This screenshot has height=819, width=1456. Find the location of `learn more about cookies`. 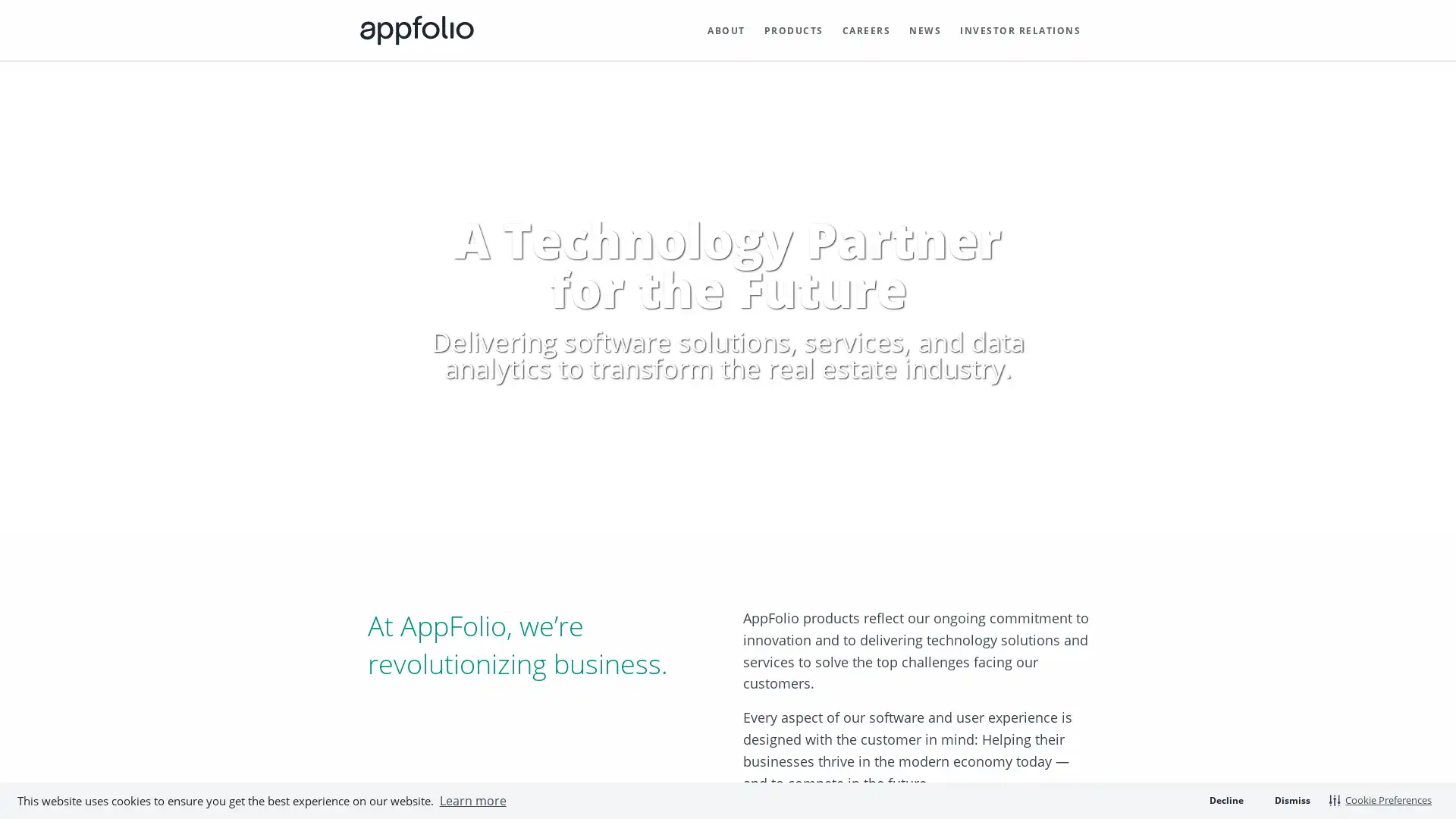

learn more about cookies is located at coordinates (472, 799).